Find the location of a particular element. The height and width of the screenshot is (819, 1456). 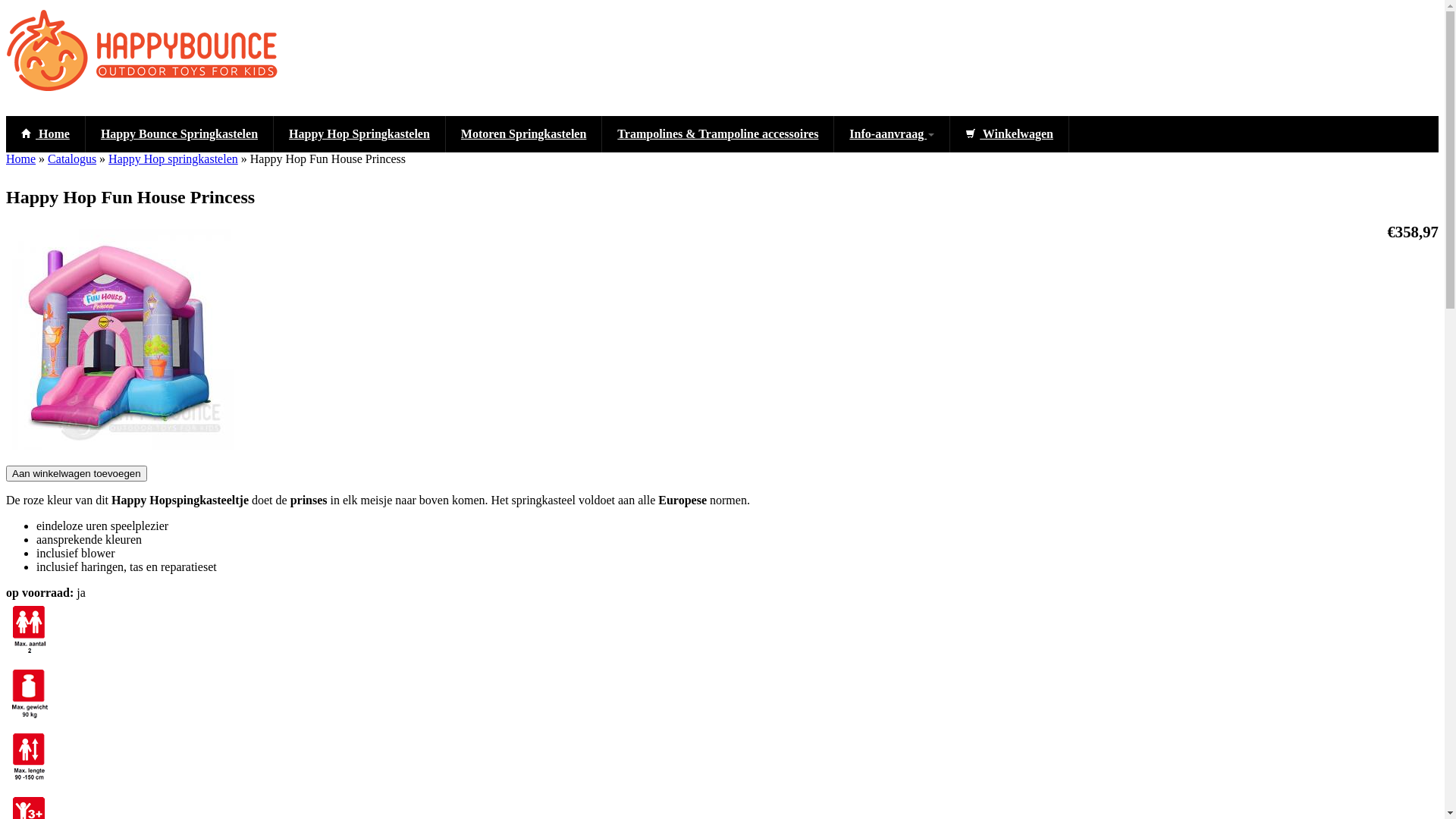

'Trampolines & Trampoline accessoires' is located at coordinates (717, 133).